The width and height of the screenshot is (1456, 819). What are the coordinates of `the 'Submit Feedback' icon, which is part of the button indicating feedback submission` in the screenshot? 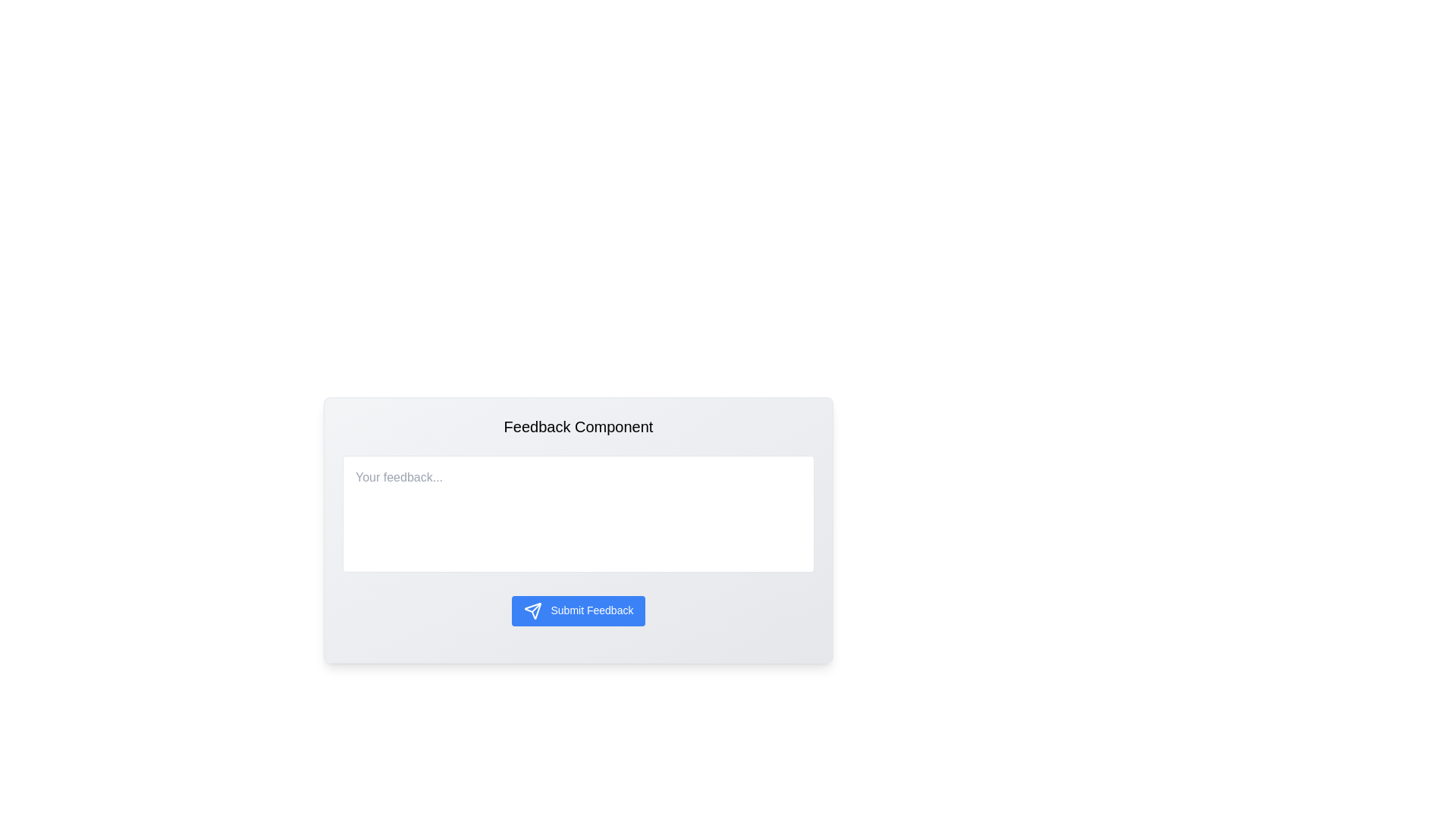 It's located at (532, 610).